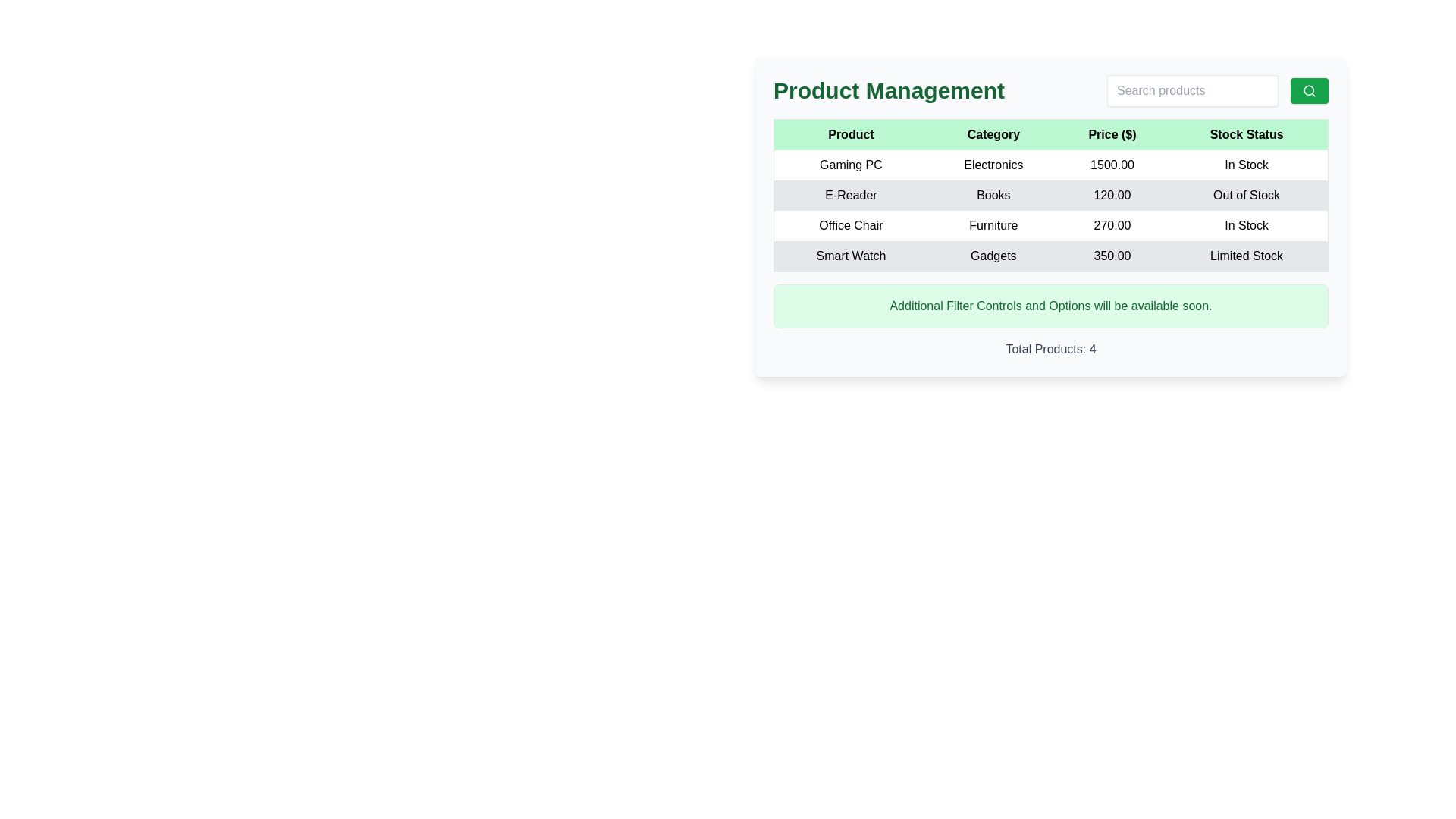  What do you see at coordinates (851, 225) in the screenshot?
I see `the text label displaying 'Office Chair' in the first column of the table, styled with center-aligned black text` at bounding box center [851, 225].